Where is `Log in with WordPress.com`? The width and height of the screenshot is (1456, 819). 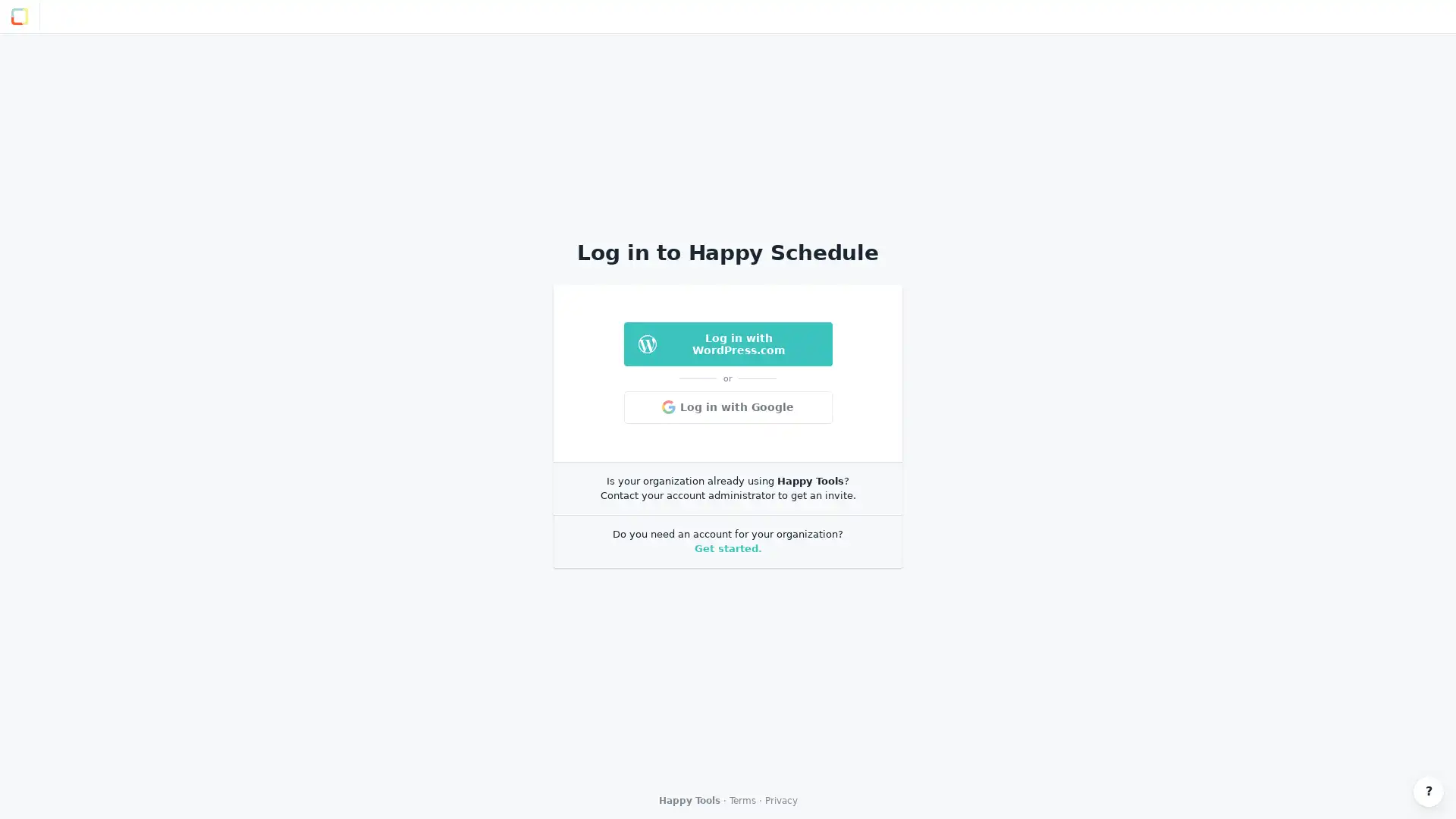 Log in with WordPress.com is located at coordinates (726, 343).